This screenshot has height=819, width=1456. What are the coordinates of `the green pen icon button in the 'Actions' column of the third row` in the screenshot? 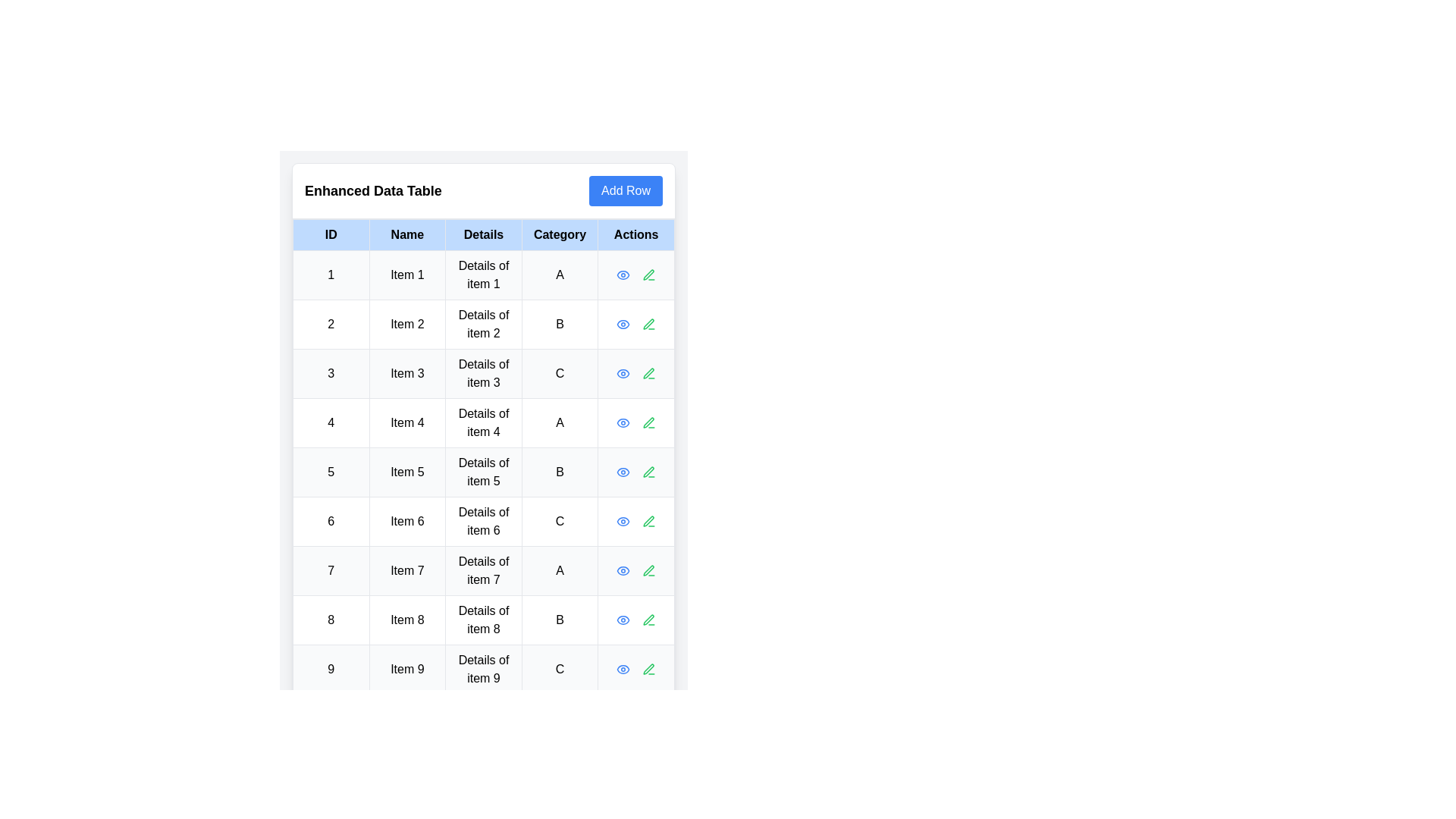 It's located at (649, 374).